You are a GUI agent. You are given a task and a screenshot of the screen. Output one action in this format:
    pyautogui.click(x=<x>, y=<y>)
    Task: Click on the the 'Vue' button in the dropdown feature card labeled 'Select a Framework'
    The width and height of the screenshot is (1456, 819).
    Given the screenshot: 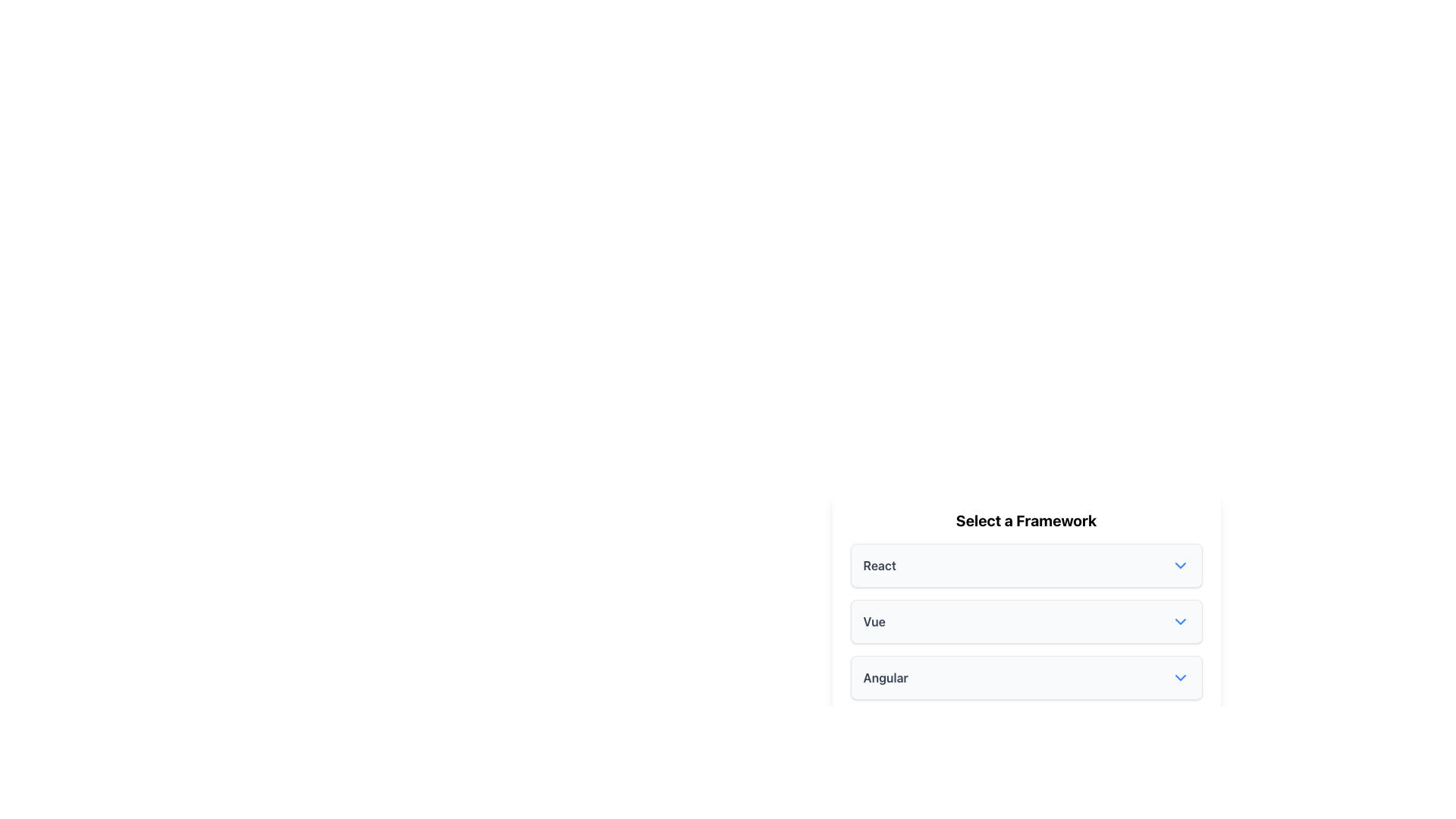 What is the action you would take?
    pyautogui.click(x=1026, y=632)
    